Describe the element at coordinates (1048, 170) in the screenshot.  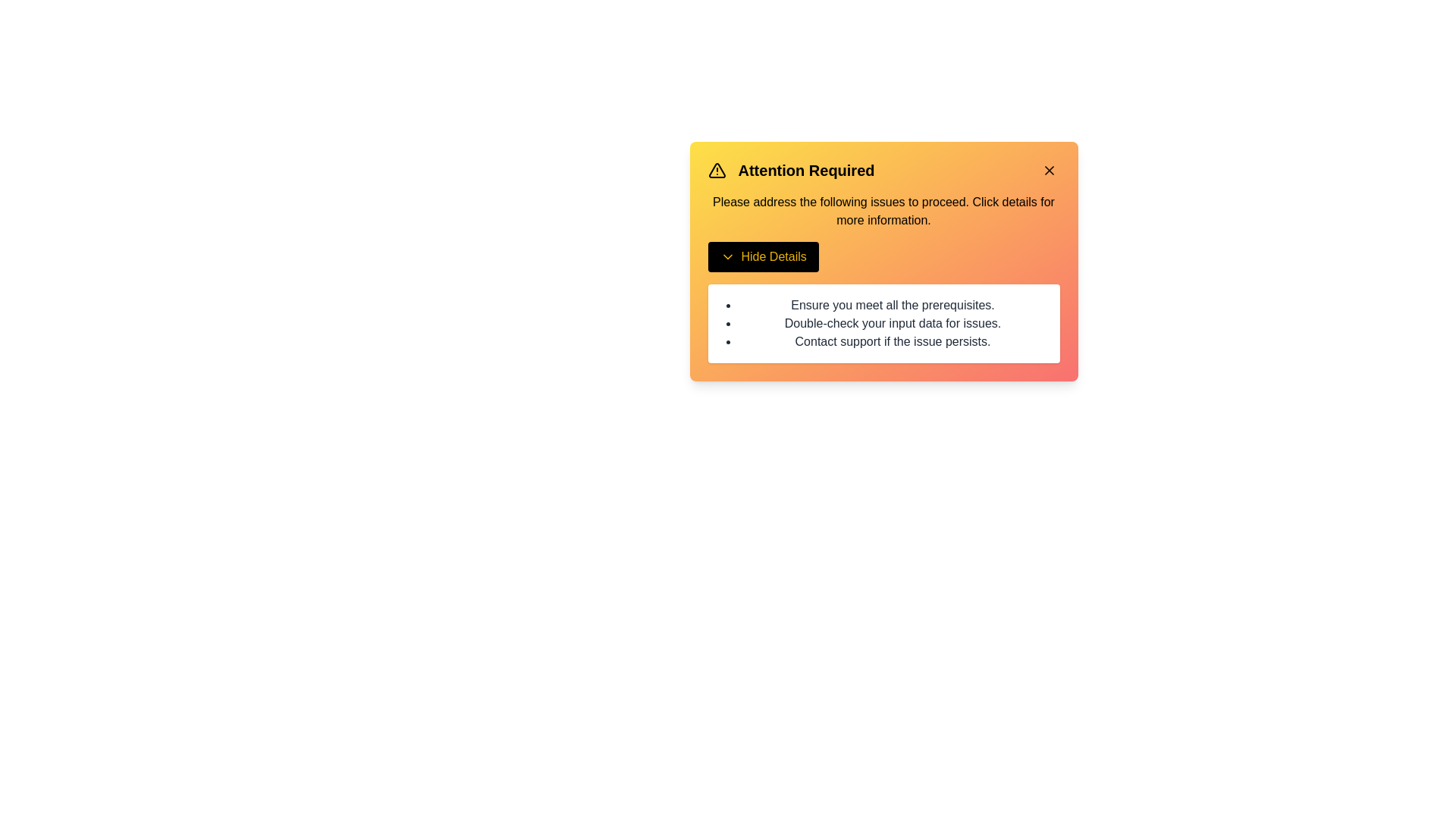
I see `the close button to dismiss the alert` at that location.